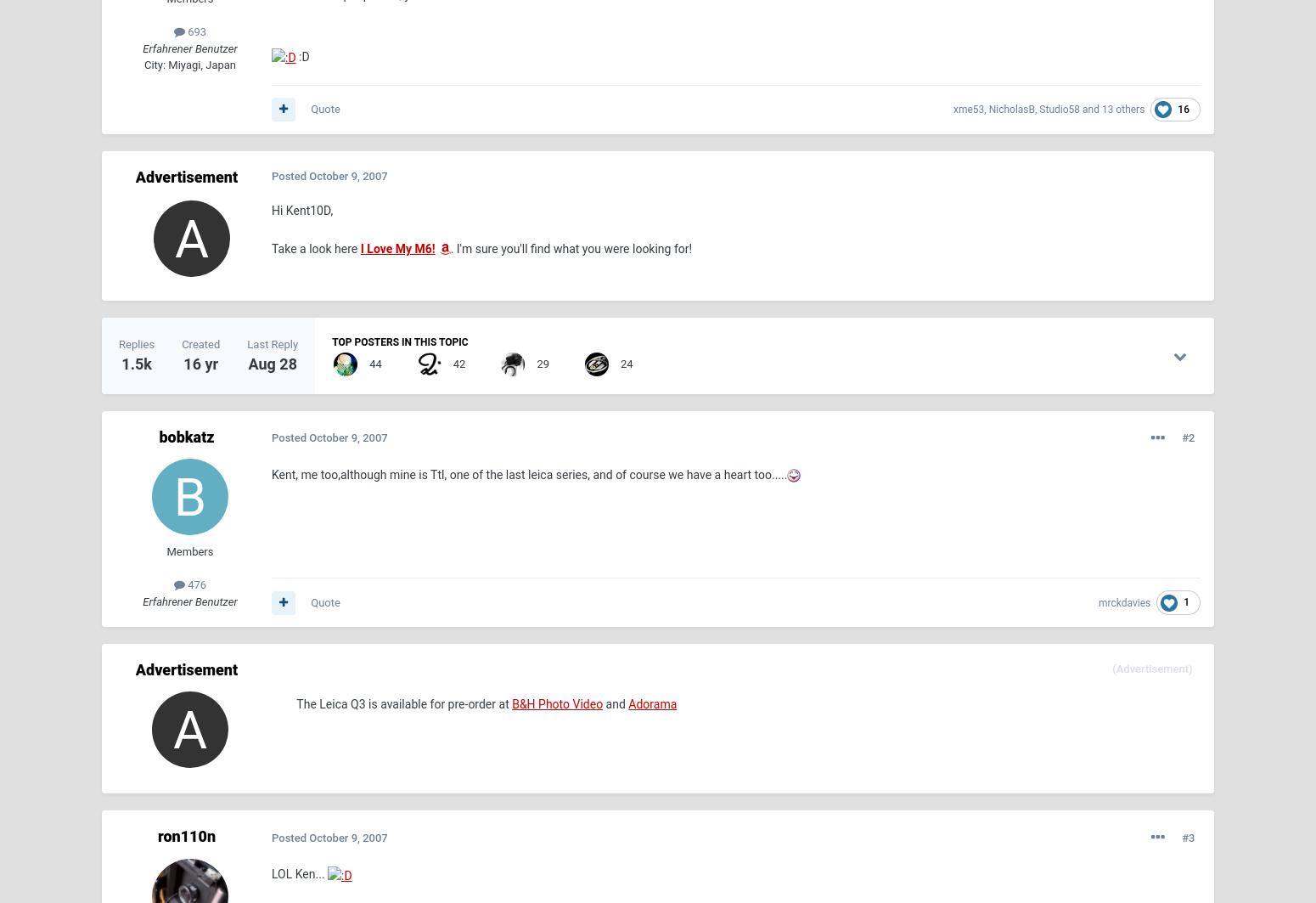  What do you see at coordinates (615, 746) in the screenshot?
I see `'Imprint'` at bounding box center [615, 746].